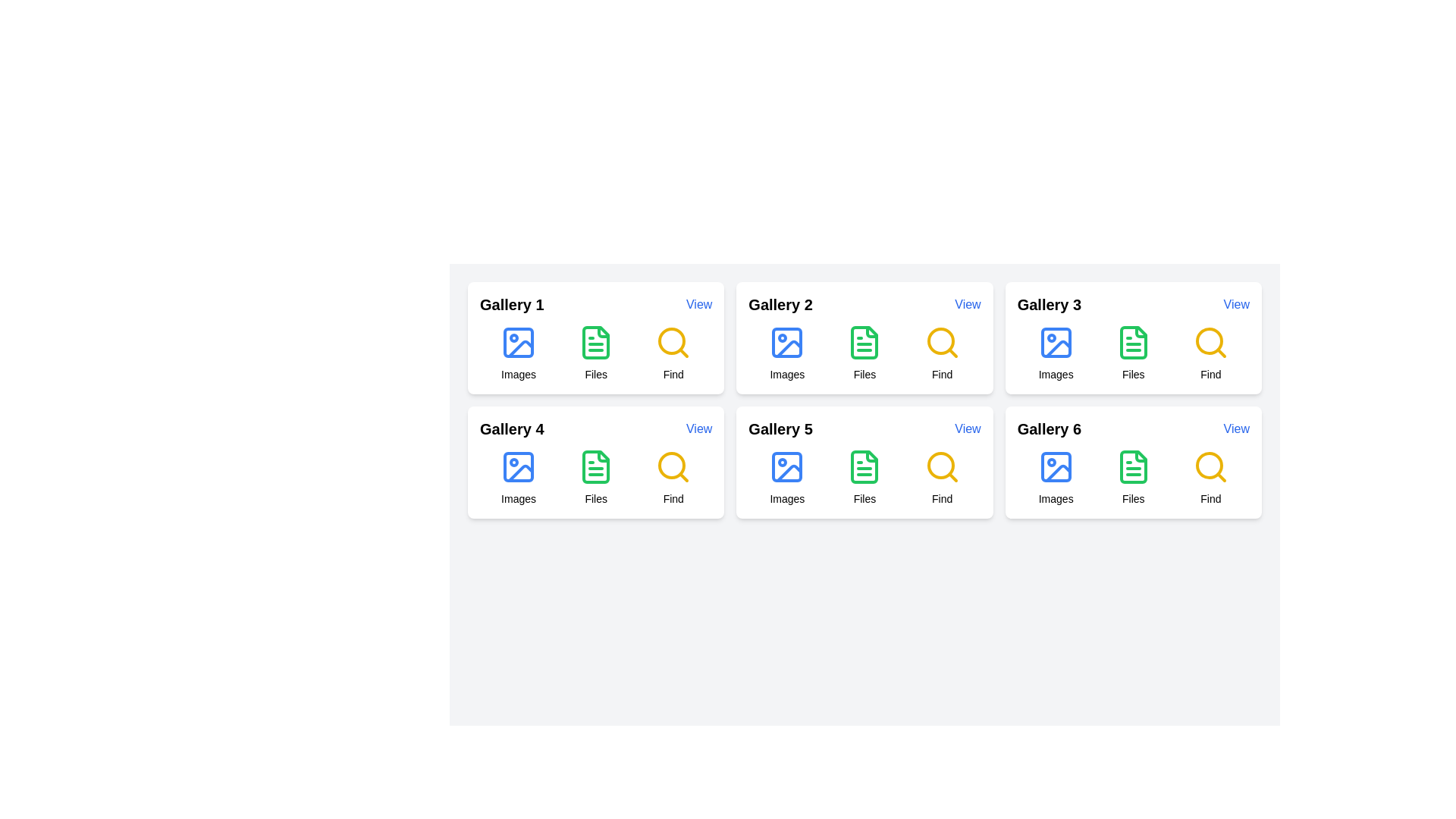  What do you see at coordinates (671, 464) in the screenshot?
I see `the yellow circular icon in the 'Gallery 4' section, located in the bottom row, second column of icons, which is adjacent to a green document-shaped icon` at bounding box center [671, 464].